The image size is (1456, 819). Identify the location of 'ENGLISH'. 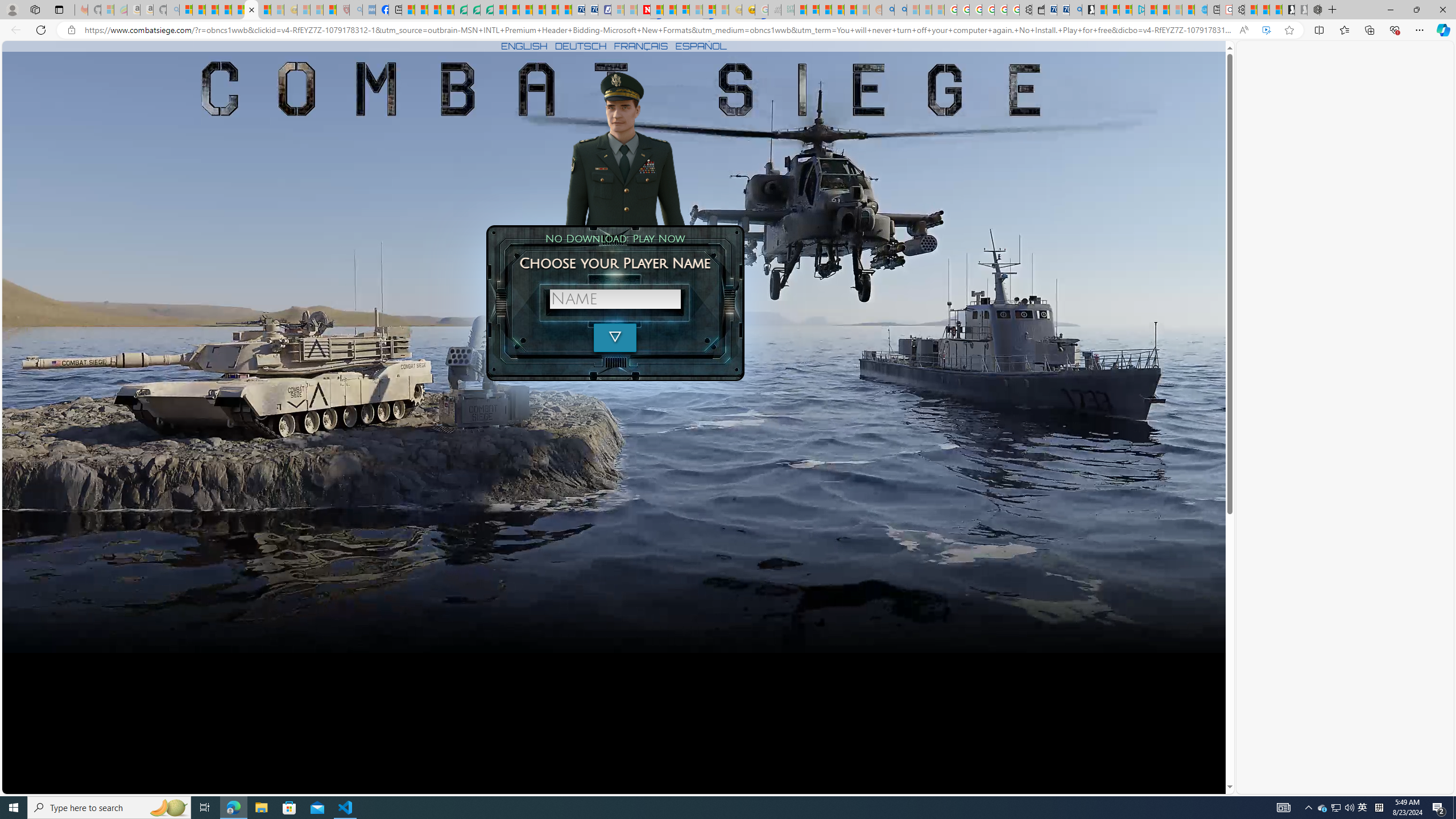
(524, 45).